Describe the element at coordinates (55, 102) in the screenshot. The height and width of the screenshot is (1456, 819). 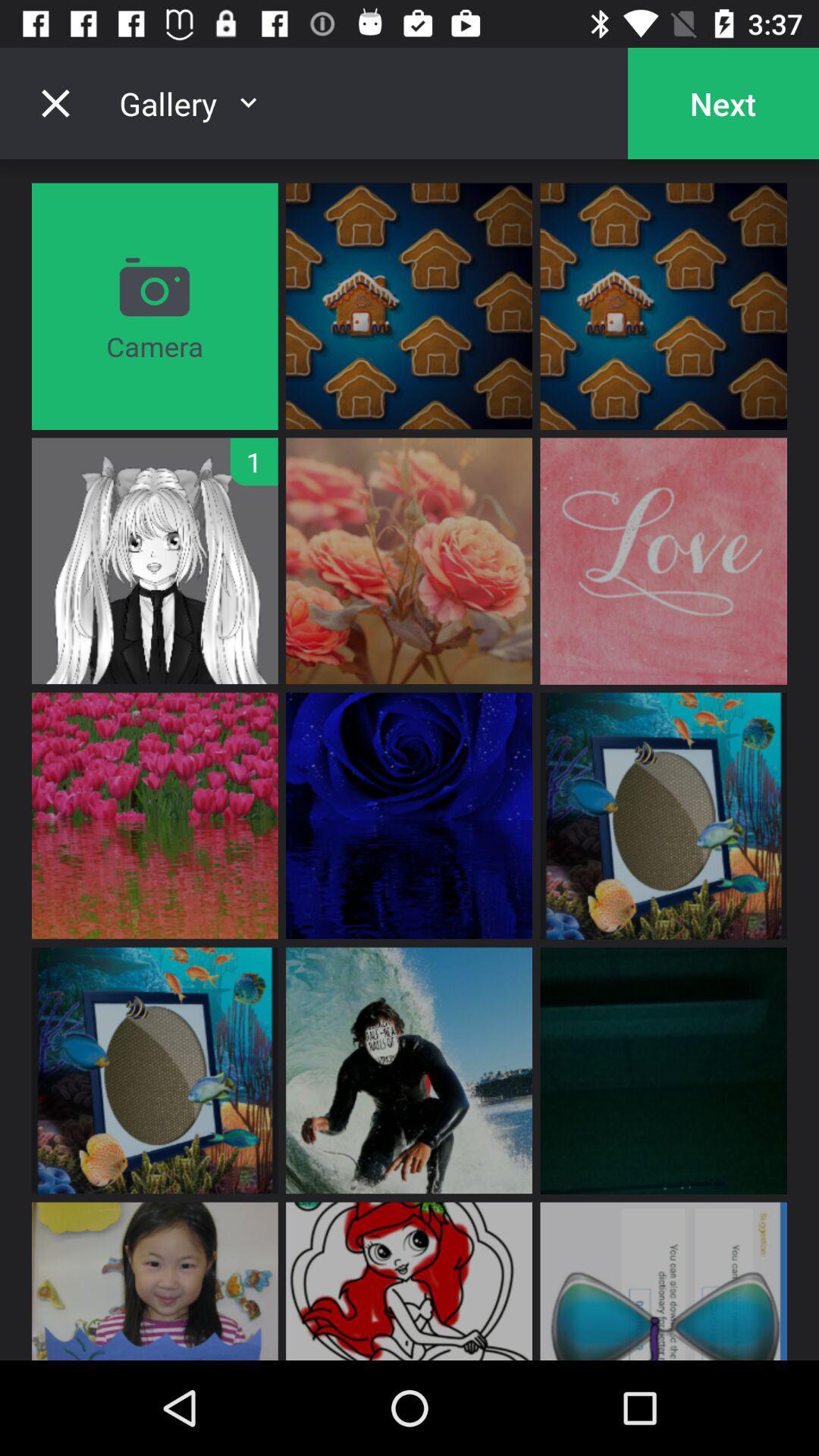
I see `exit out` at that location.